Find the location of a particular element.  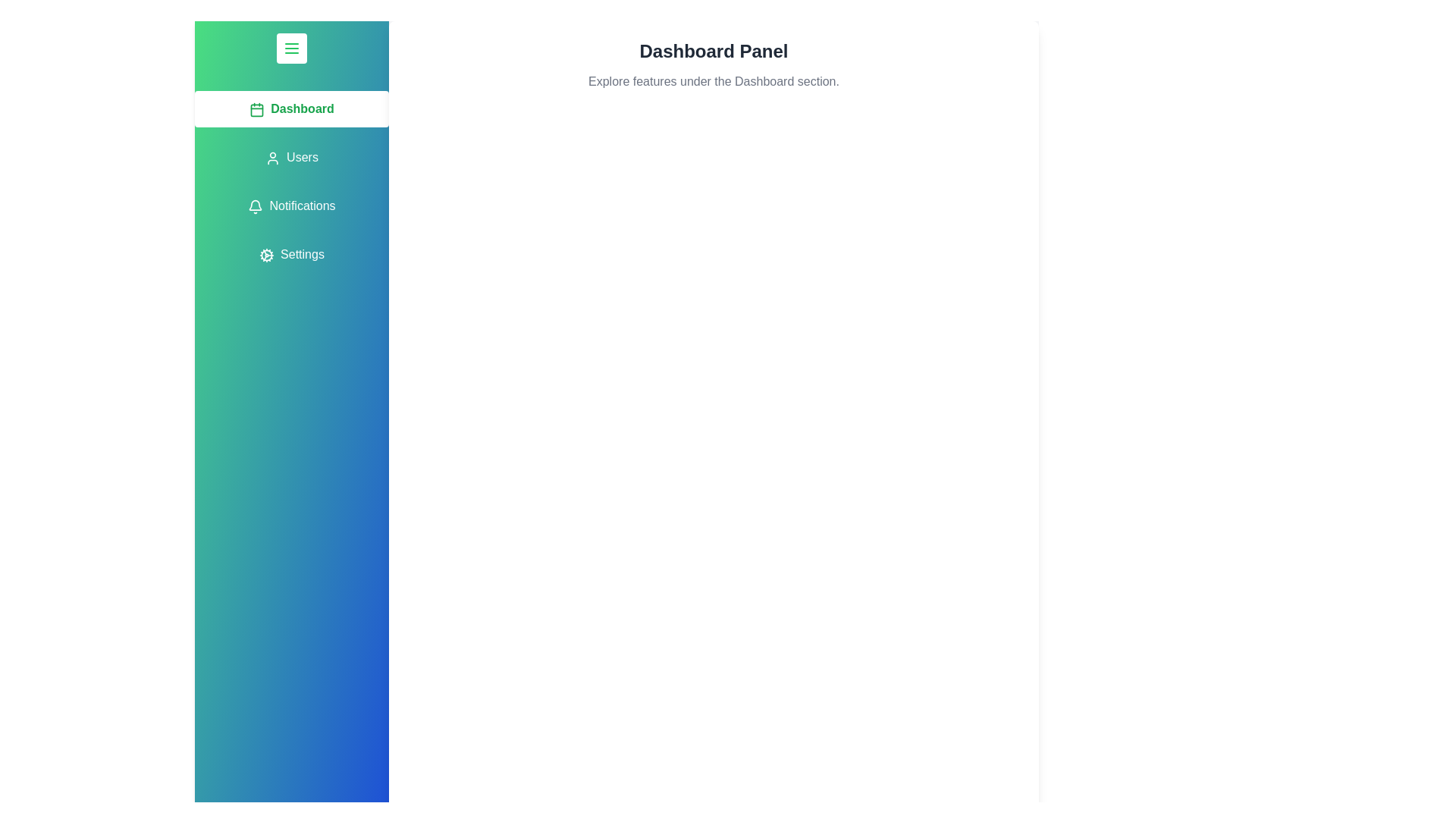

the tab labeled Dashboard to observe its hover effect is located at coordinates (291, 108).